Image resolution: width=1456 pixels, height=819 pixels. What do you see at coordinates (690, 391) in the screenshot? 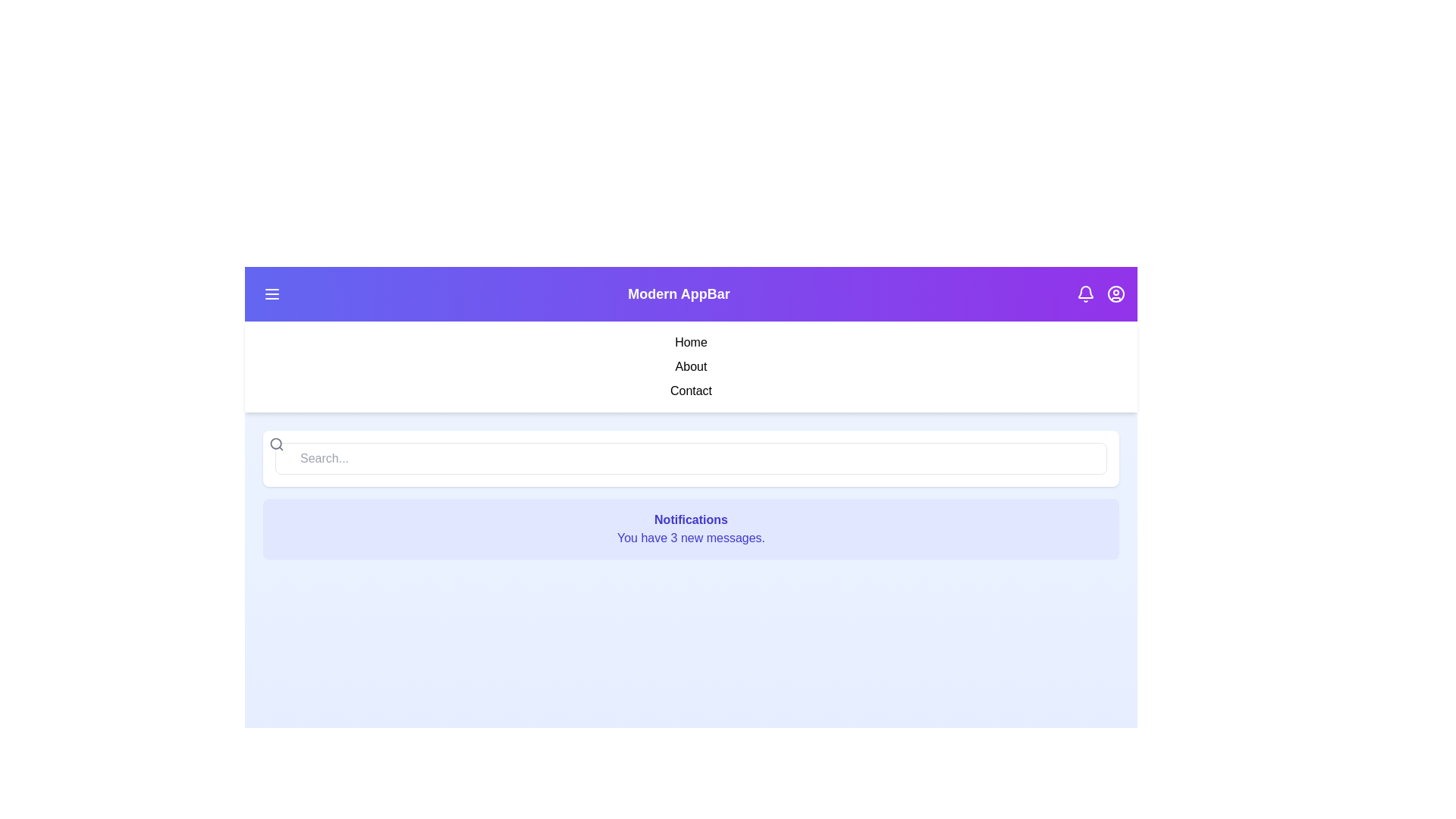
I see `the 'Contact' menu item in the sidebar to navigate to the 'Contact' section` at bounding box center [690, 391].